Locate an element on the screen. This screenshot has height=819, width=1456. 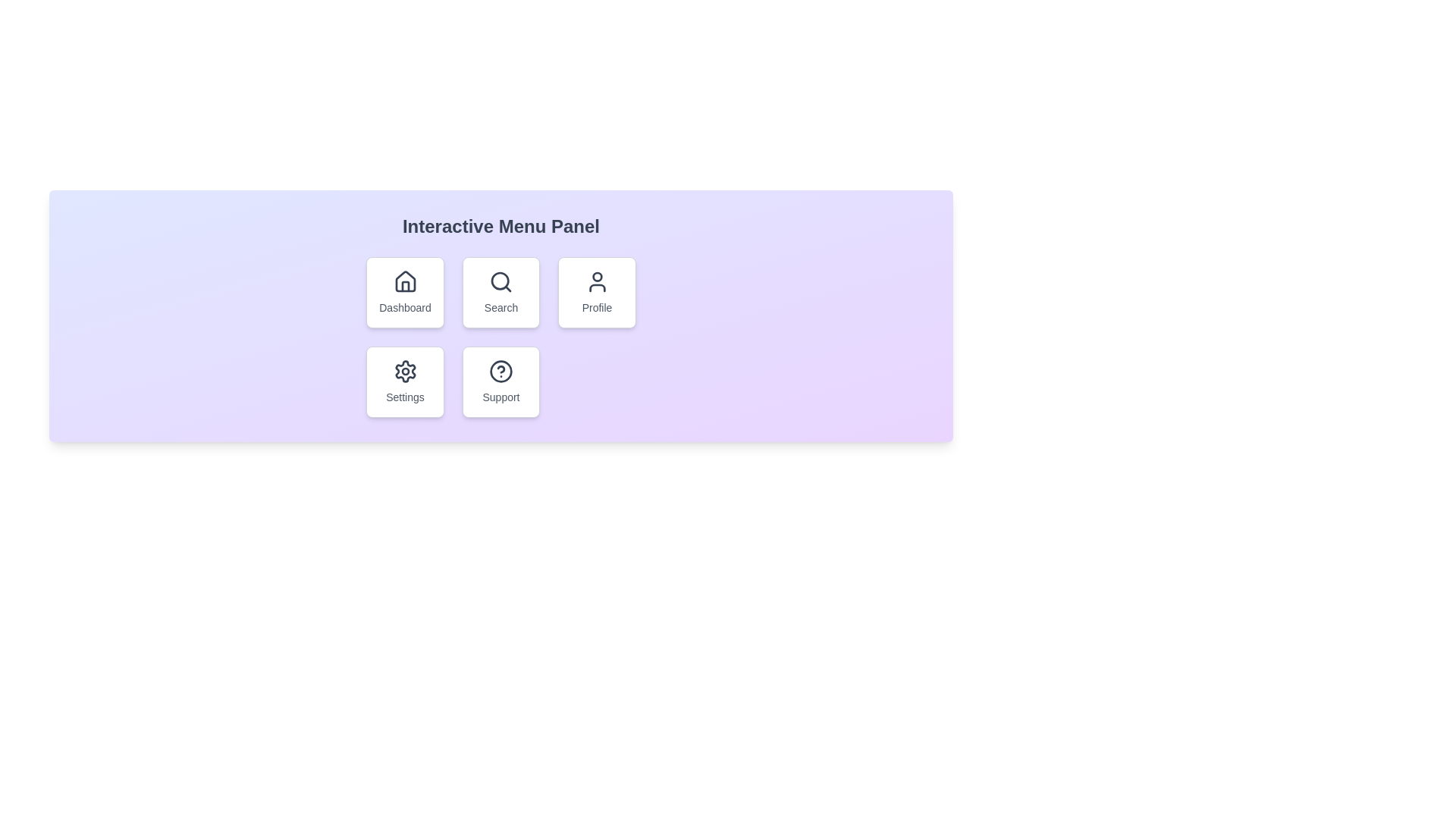
the text label within the button located in the second position of the top row in the button panel, which describes the function of the button likely triggering a search action is located at coordinates (501, 307).